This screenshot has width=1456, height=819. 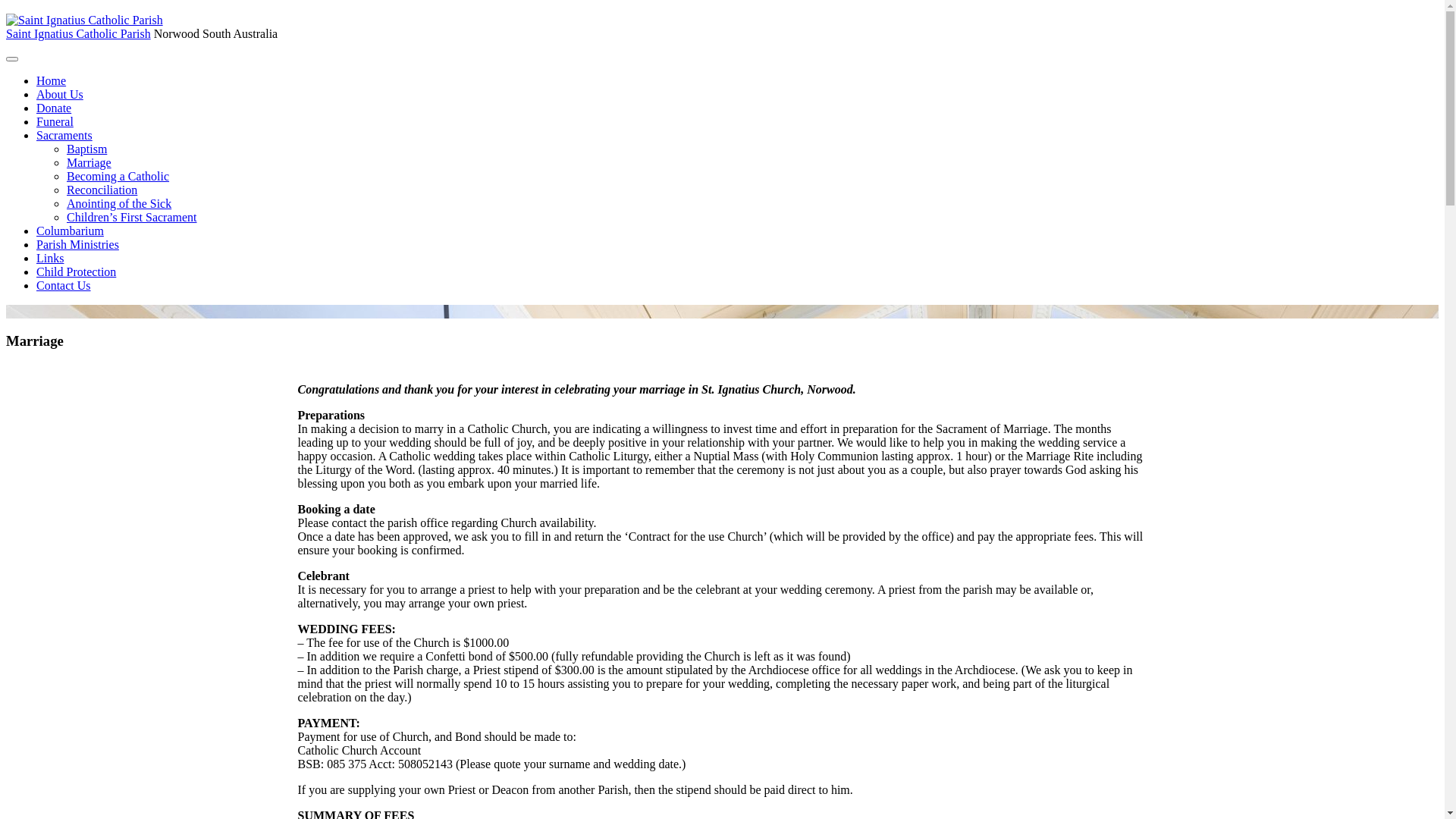 What do you see at coordinates (54, 107) in the screenshot?
I see `'Donate'` at bounding box center [54, 107].